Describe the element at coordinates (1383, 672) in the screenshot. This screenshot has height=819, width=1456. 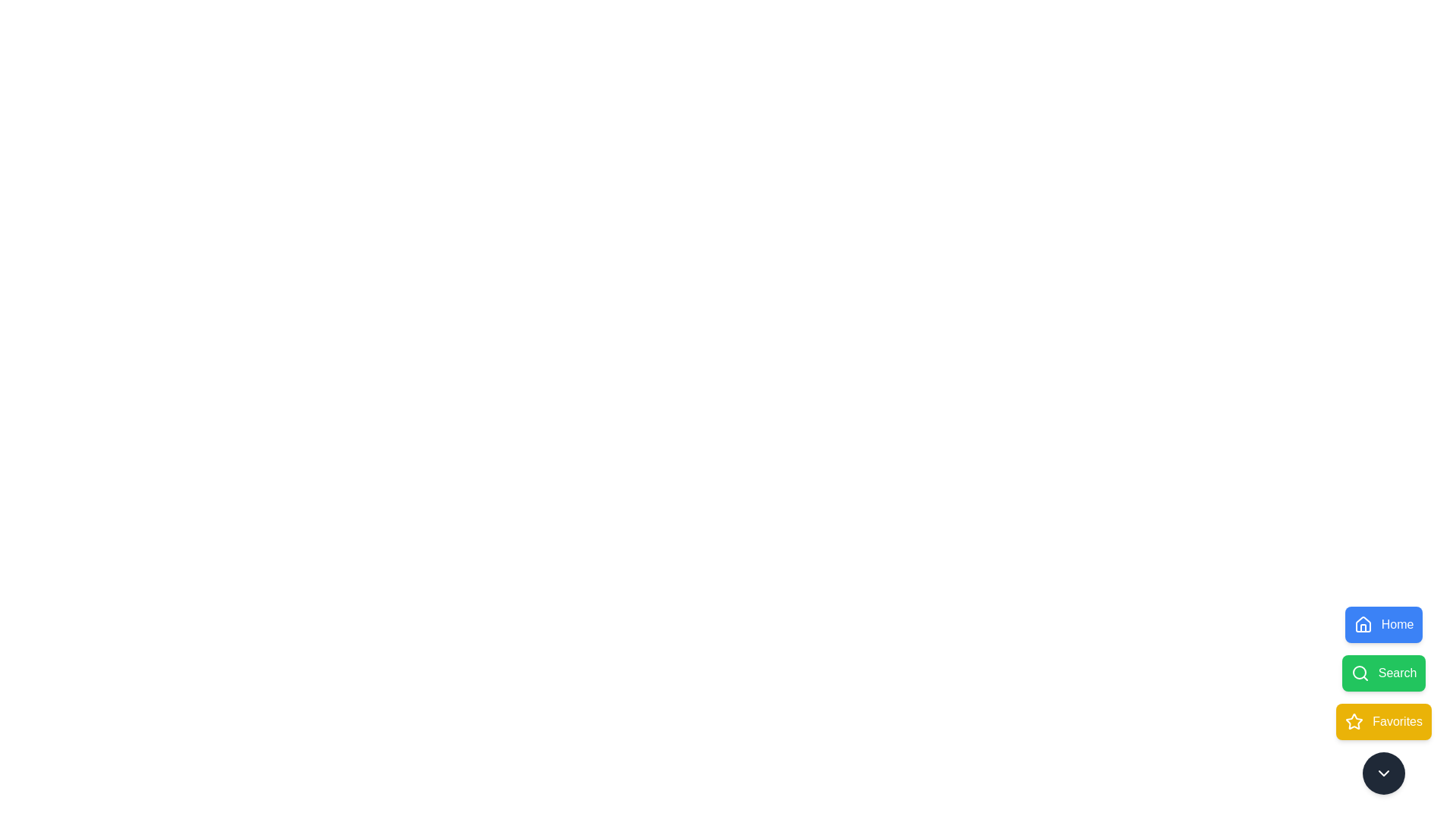
I see `the Search button to select the corresponding shortcut` at that location.